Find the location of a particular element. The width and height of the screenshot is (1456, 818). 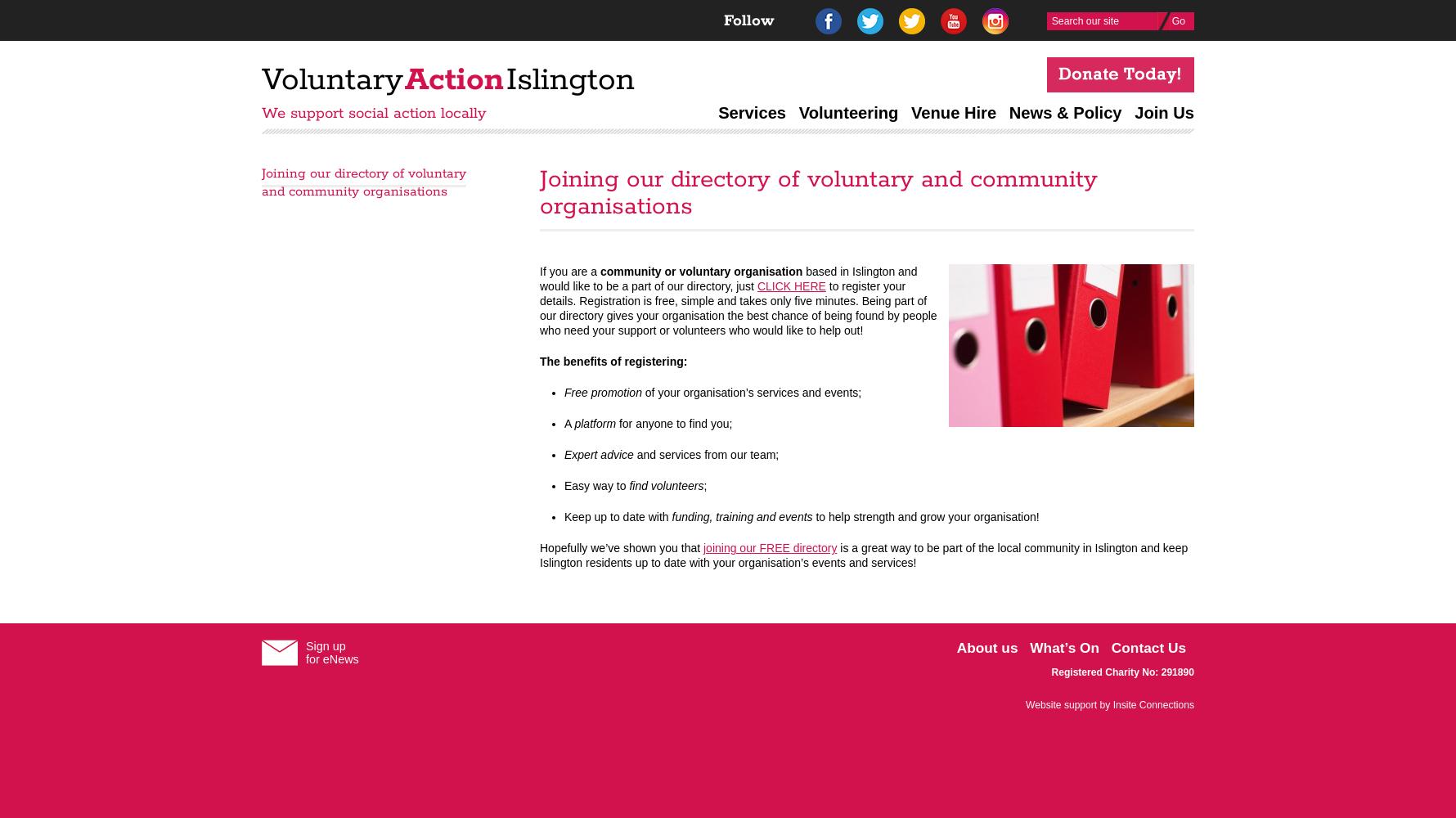

'Website support by Insite Connections' is located at coordinates (1026, 703).